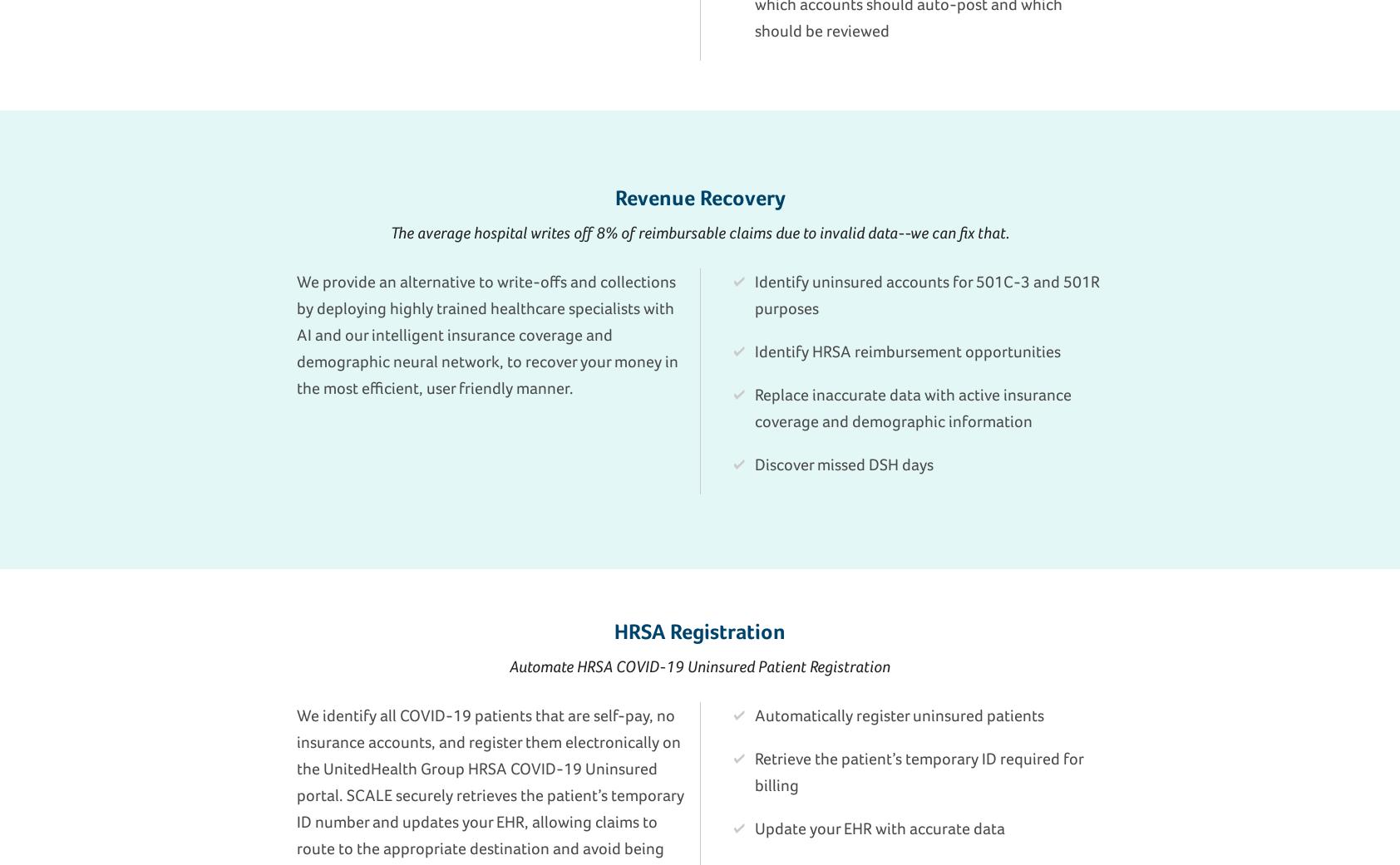  I want to click on 'Revenue Recovery', so click(699, 196).